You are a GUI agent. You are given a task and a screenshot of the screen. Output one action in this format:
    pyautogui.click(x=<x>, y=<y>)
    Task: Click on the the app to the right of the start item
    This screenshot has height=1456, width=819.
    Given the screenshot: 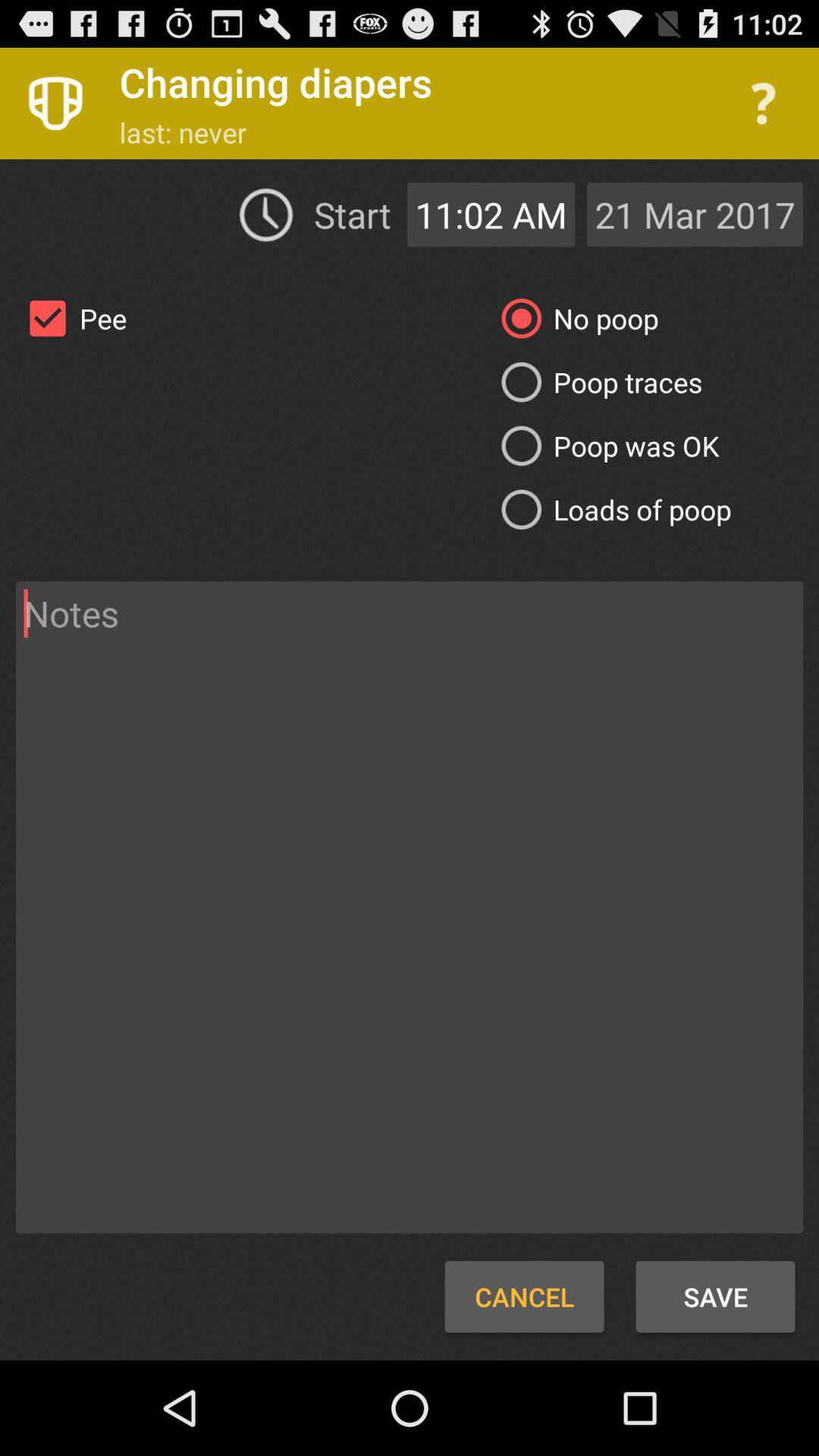 What is the action you would take?
    pyautogui.click(x=491, y=214)
    